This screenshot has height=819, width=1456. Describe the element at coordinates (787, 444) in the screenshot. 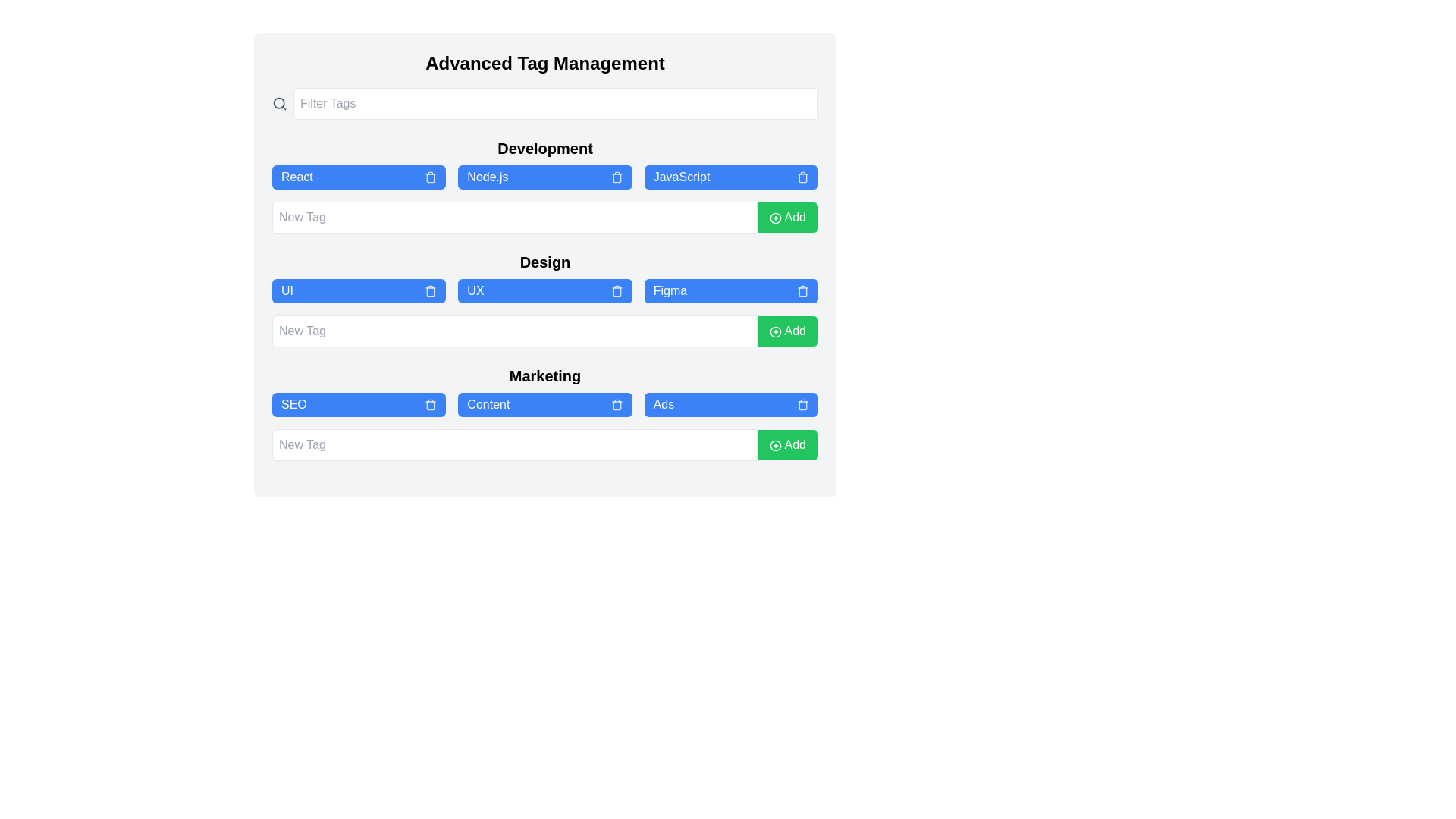

I see `the green 'Add' button with rounded corners located in the 'Marketing' section` at that location.